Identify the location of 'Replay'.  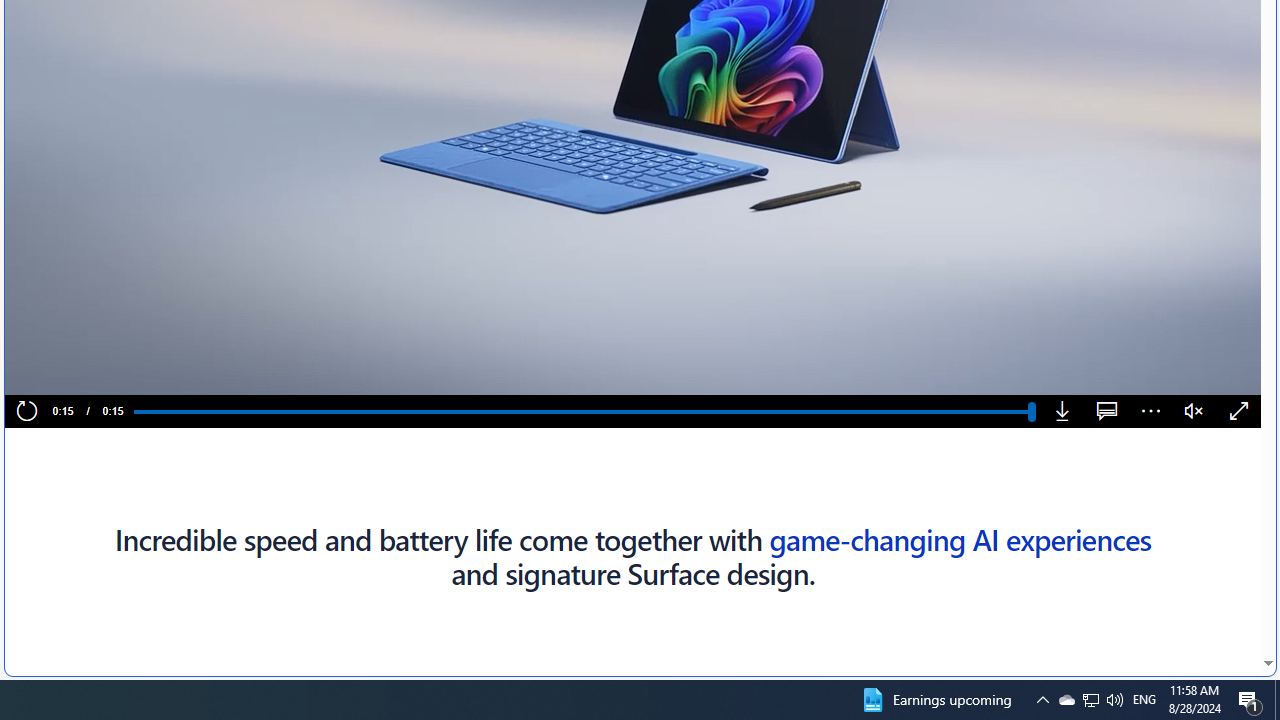
(26, 411).